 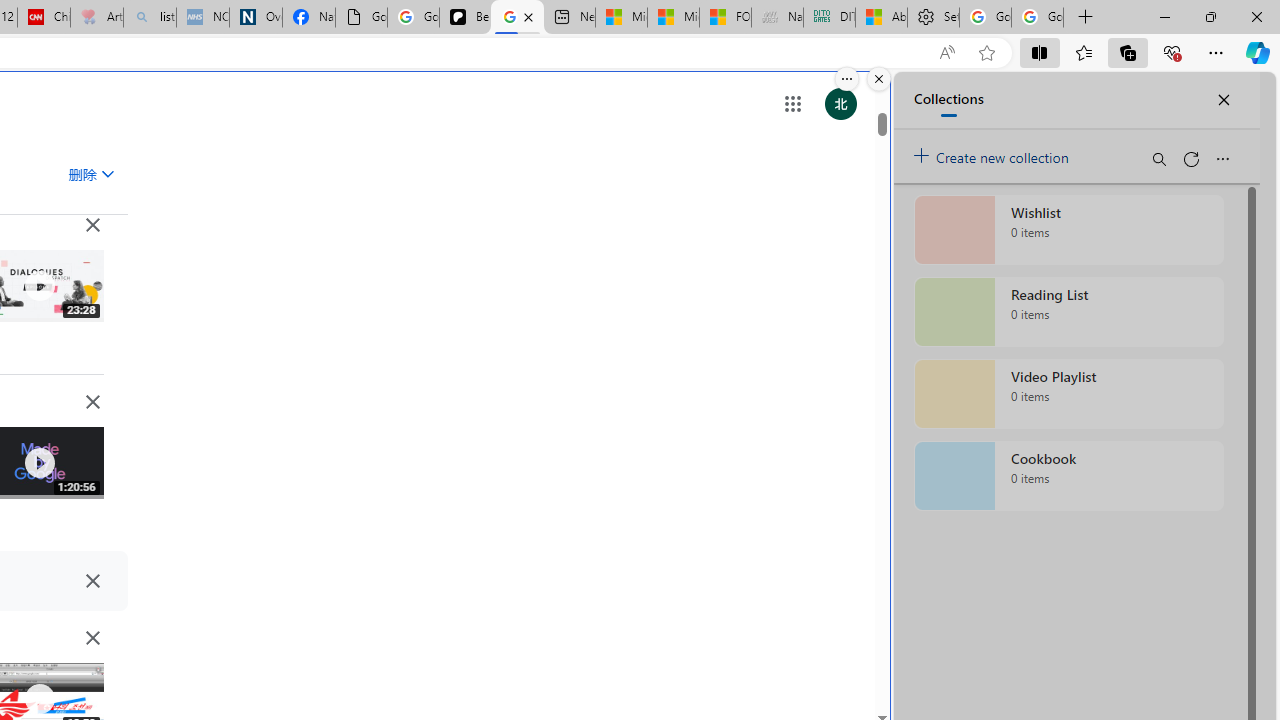 What do you see at coordinates (360, 17) in the screenshot?
I see `'Google Analytics Opt-out Browser Add-on Download Page'` at bounding box center [360, 17].